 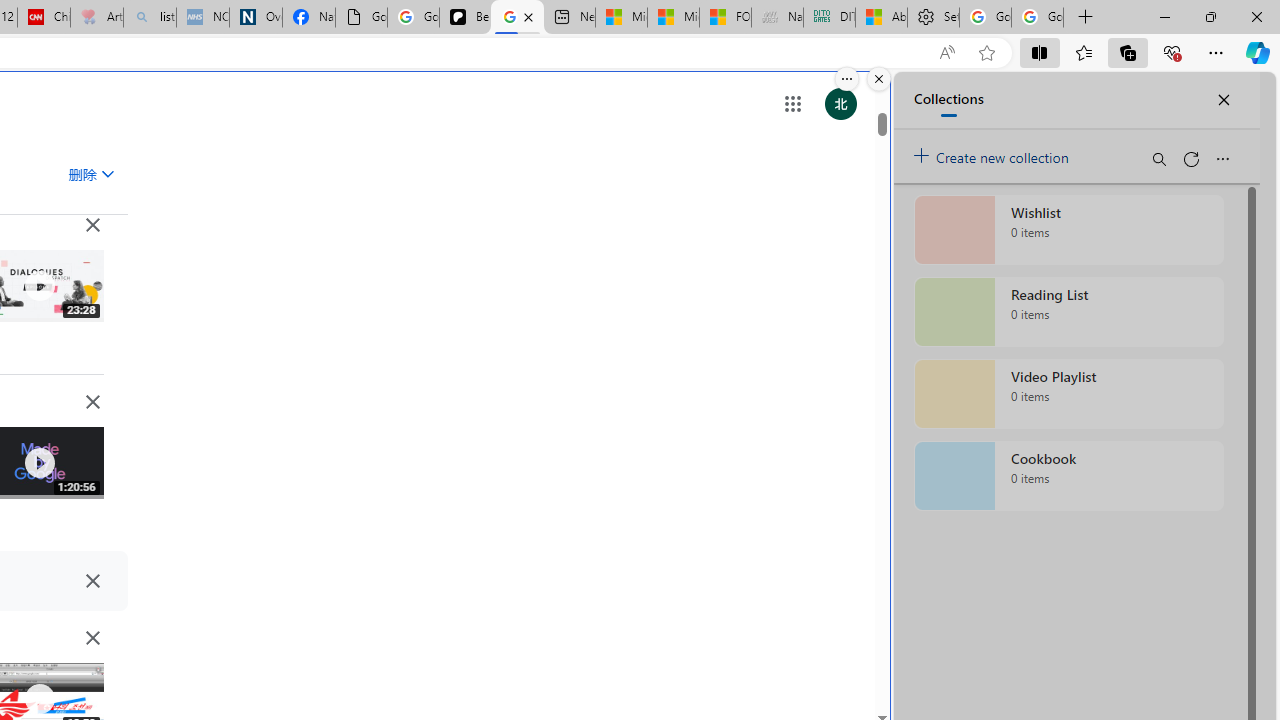 What do you see at coordinates (360, 17) in the screenshot?
I see `'Google Analytics Opt-out Browser Add-on Download Page'` at bounding box center [360, 17].